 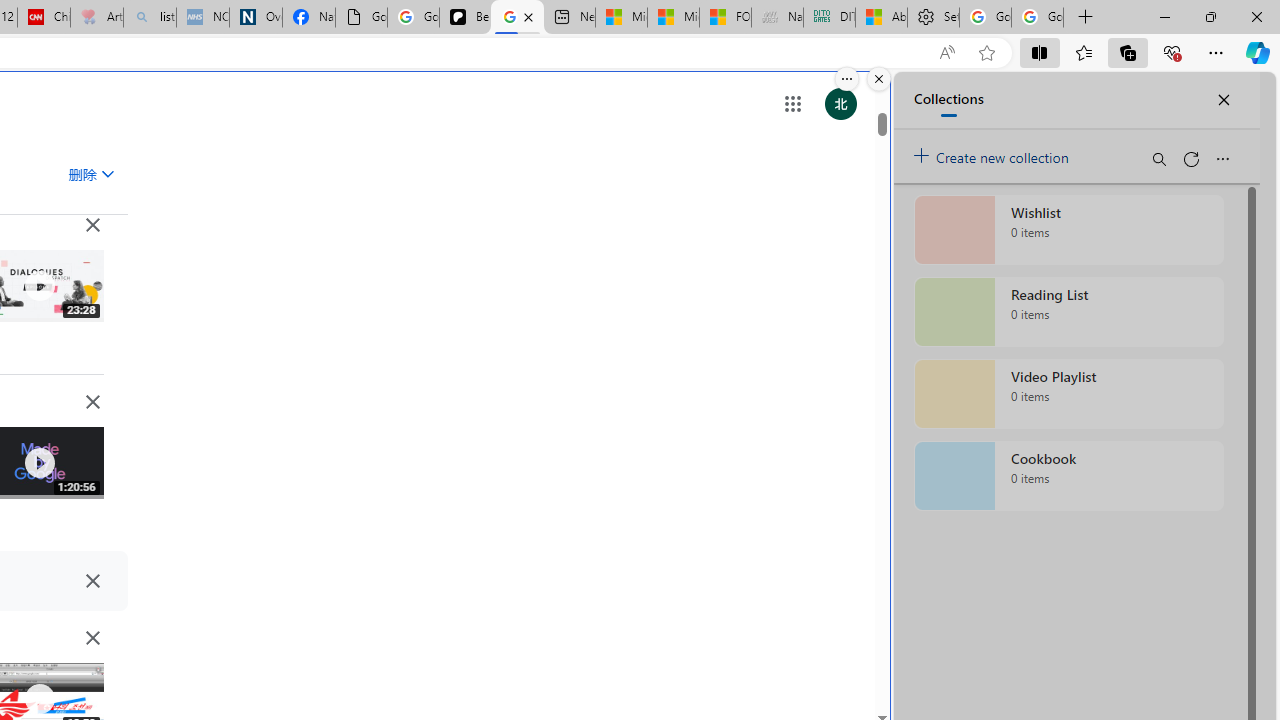 What do you see at coordinates (360, 17) in the screenshot?
I see `'Google Analytics Opt-out Browser Add-on Download Page'` at bounding box center [360, 17].